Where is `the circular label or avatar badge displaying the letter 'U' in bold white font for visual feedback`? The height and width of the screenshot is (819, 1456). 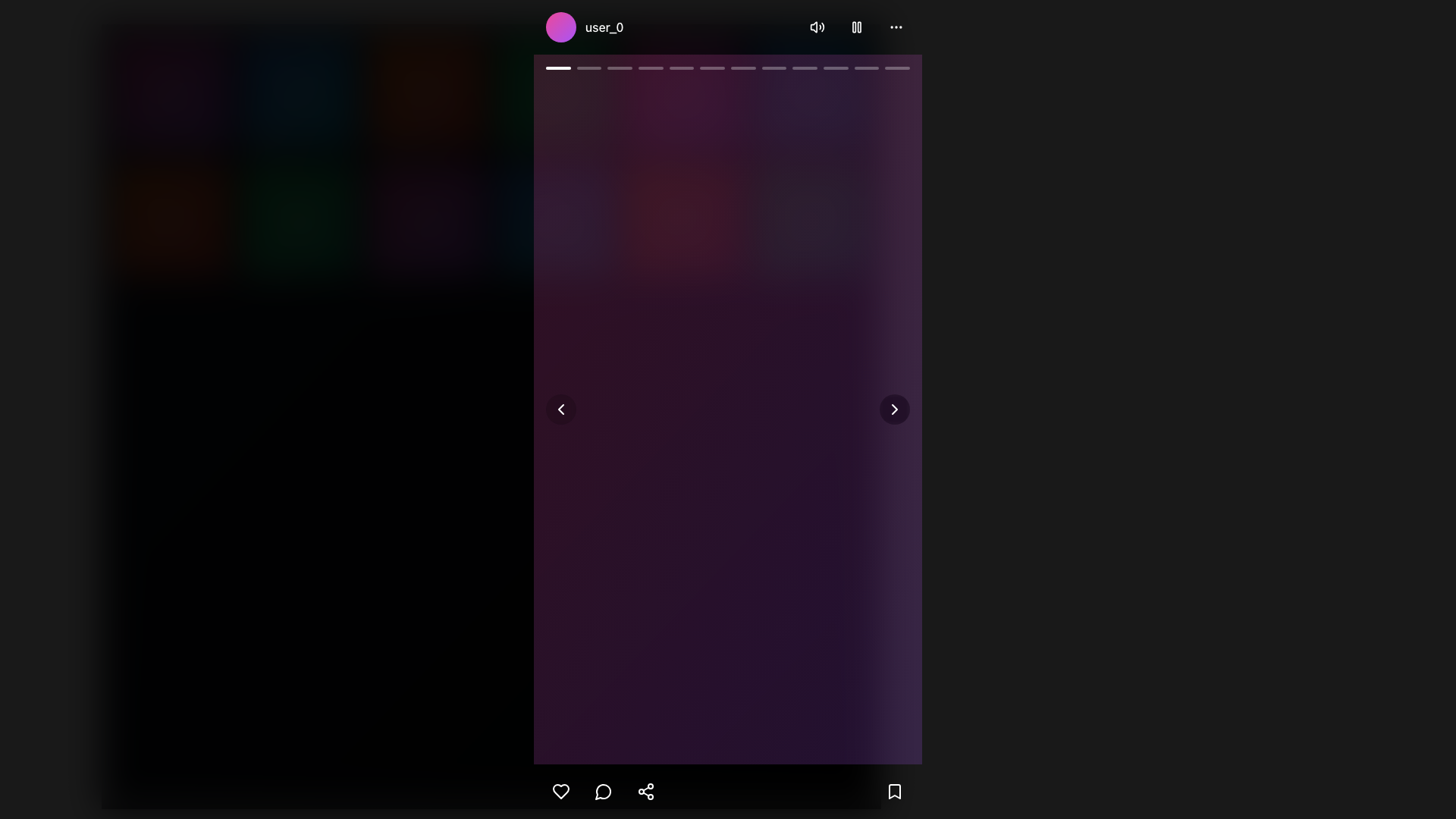 the circular label or avatar badge displaying the letter 'U' in bold white font for visual feedback is located at coordinates (682, 94).